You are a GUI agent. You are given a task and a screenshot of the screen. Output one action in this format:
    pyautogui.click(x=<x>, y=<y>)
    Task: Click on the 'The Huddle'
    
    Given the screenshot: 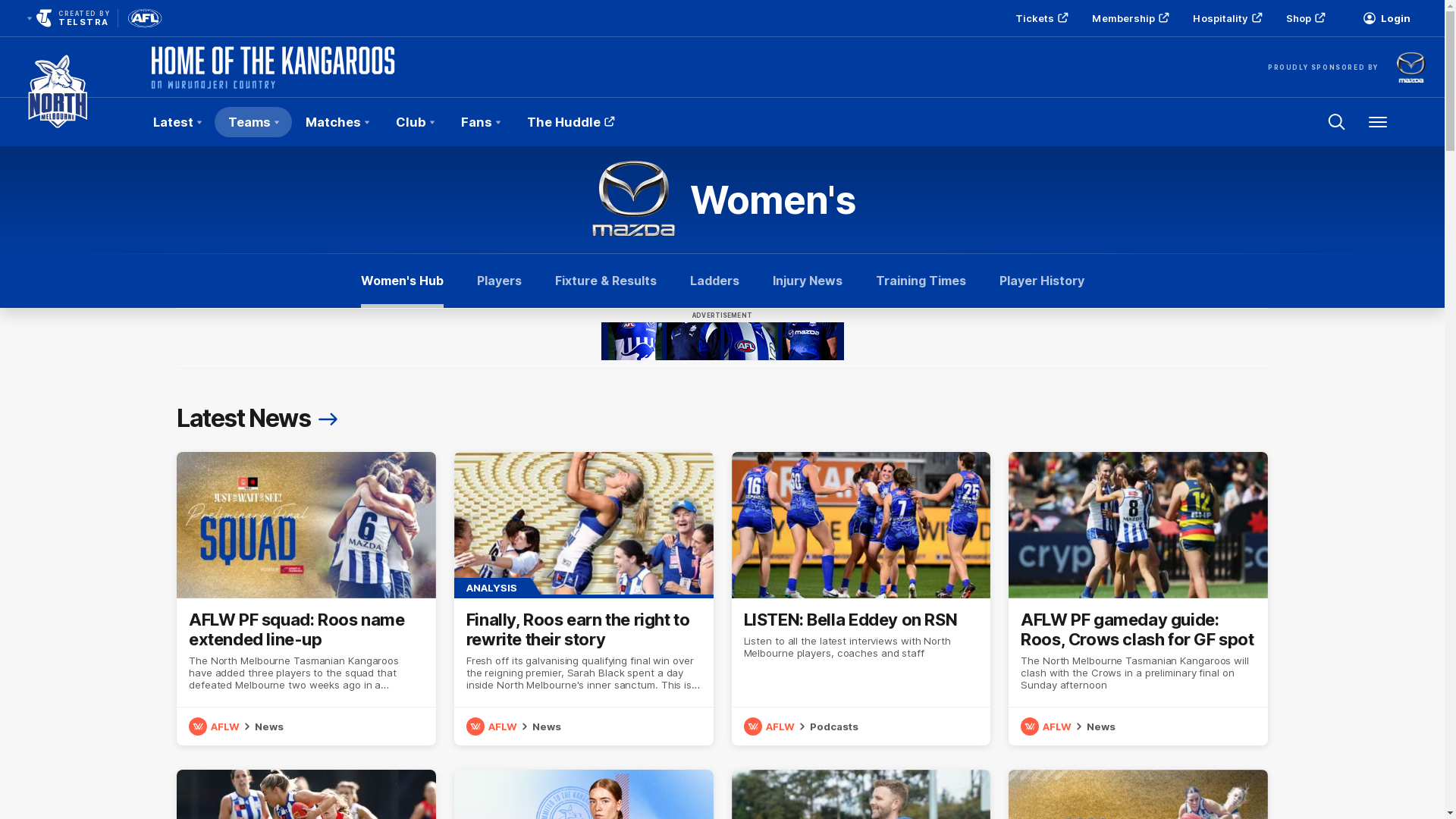 What is the action you would take?
    pyautogui.click(x=568, y=121)
    